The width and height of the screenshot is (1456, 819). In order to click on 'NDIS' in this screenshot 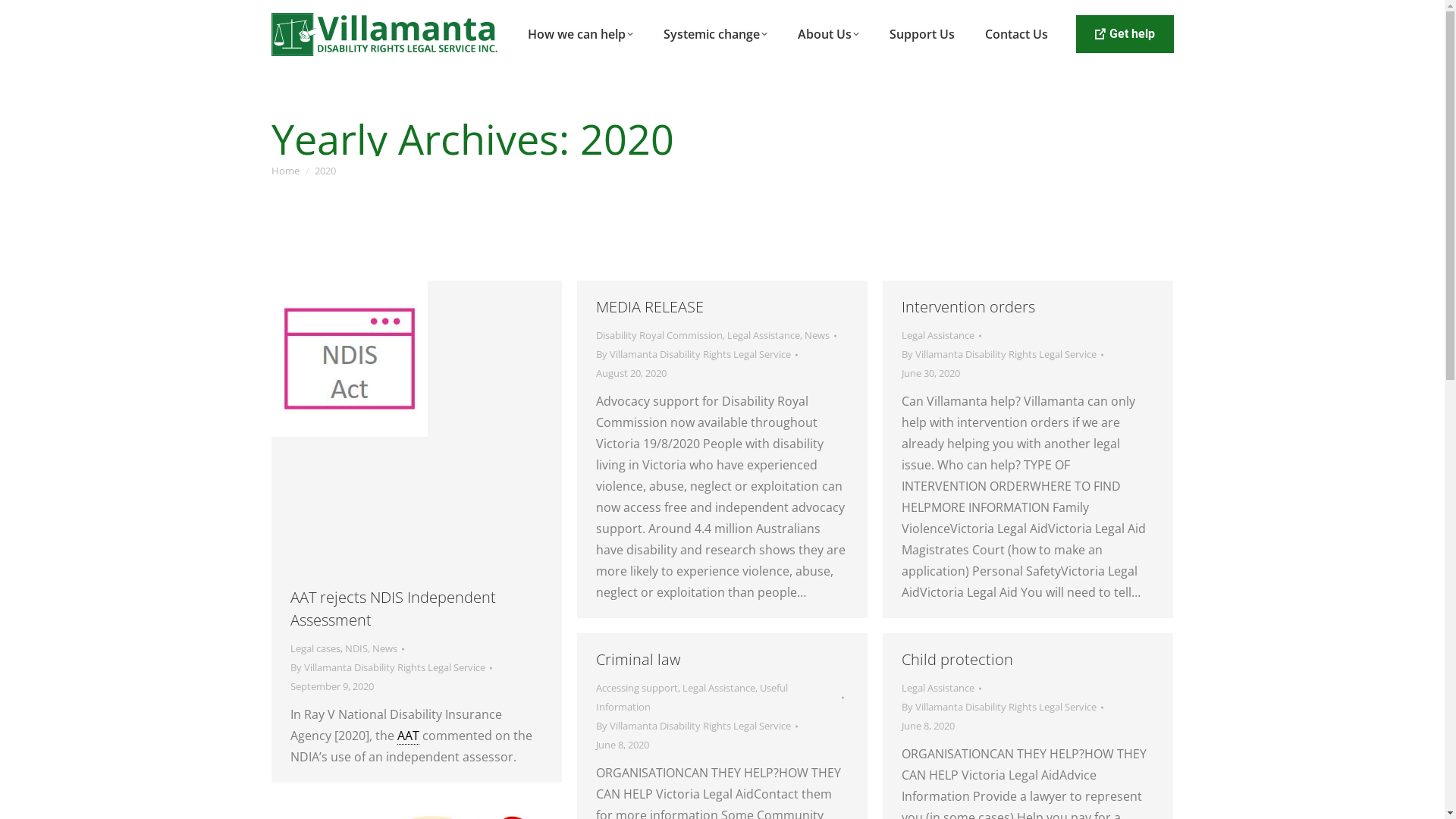, I will do `click(355, 648)`.